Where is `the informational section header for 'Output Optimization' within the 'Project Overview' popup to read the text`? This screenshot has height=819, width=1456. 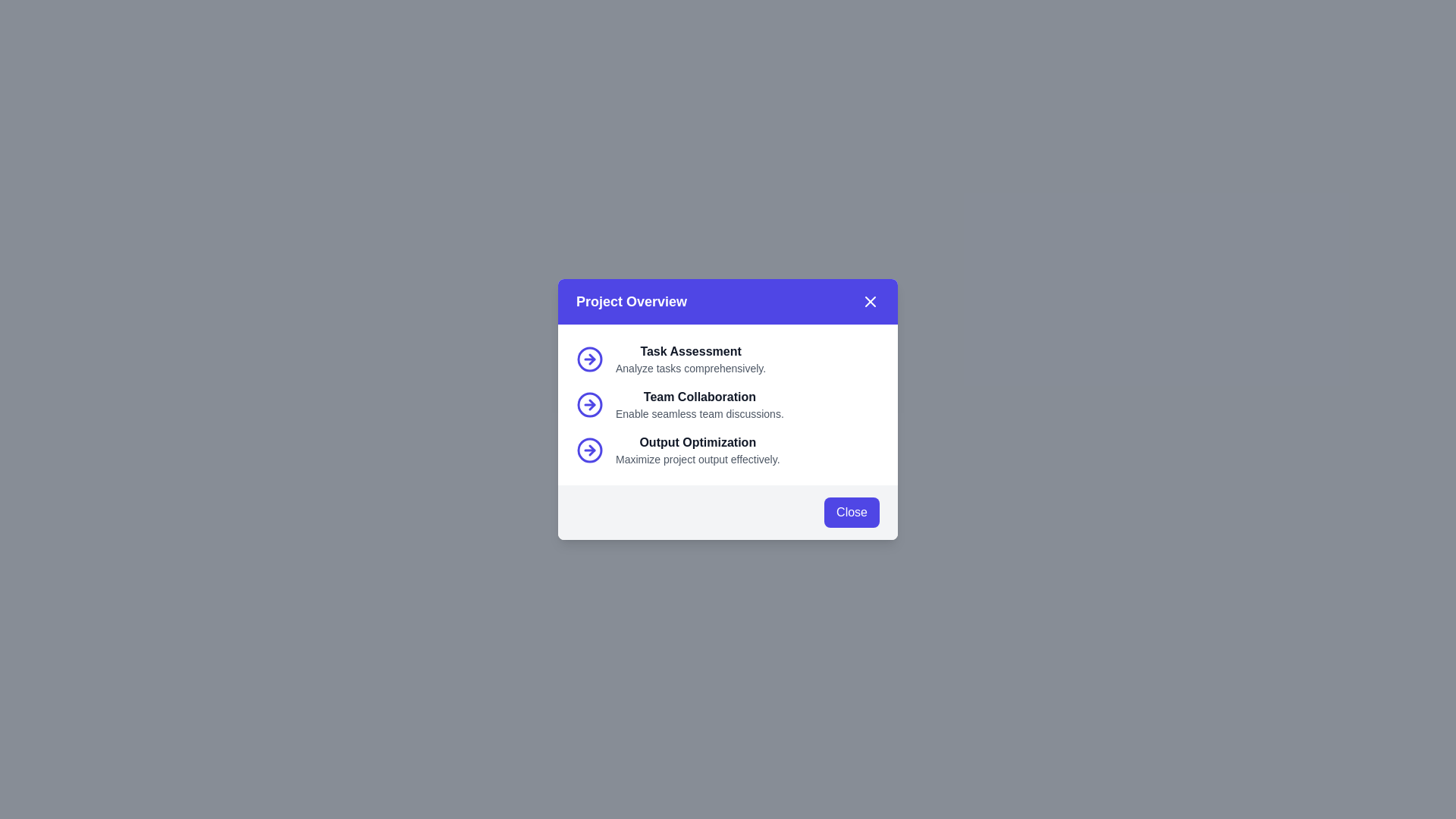 the informational section header for 'Output Optimization' within the 'Project Overview' popup to read the text is located at coordinates (697, 450).